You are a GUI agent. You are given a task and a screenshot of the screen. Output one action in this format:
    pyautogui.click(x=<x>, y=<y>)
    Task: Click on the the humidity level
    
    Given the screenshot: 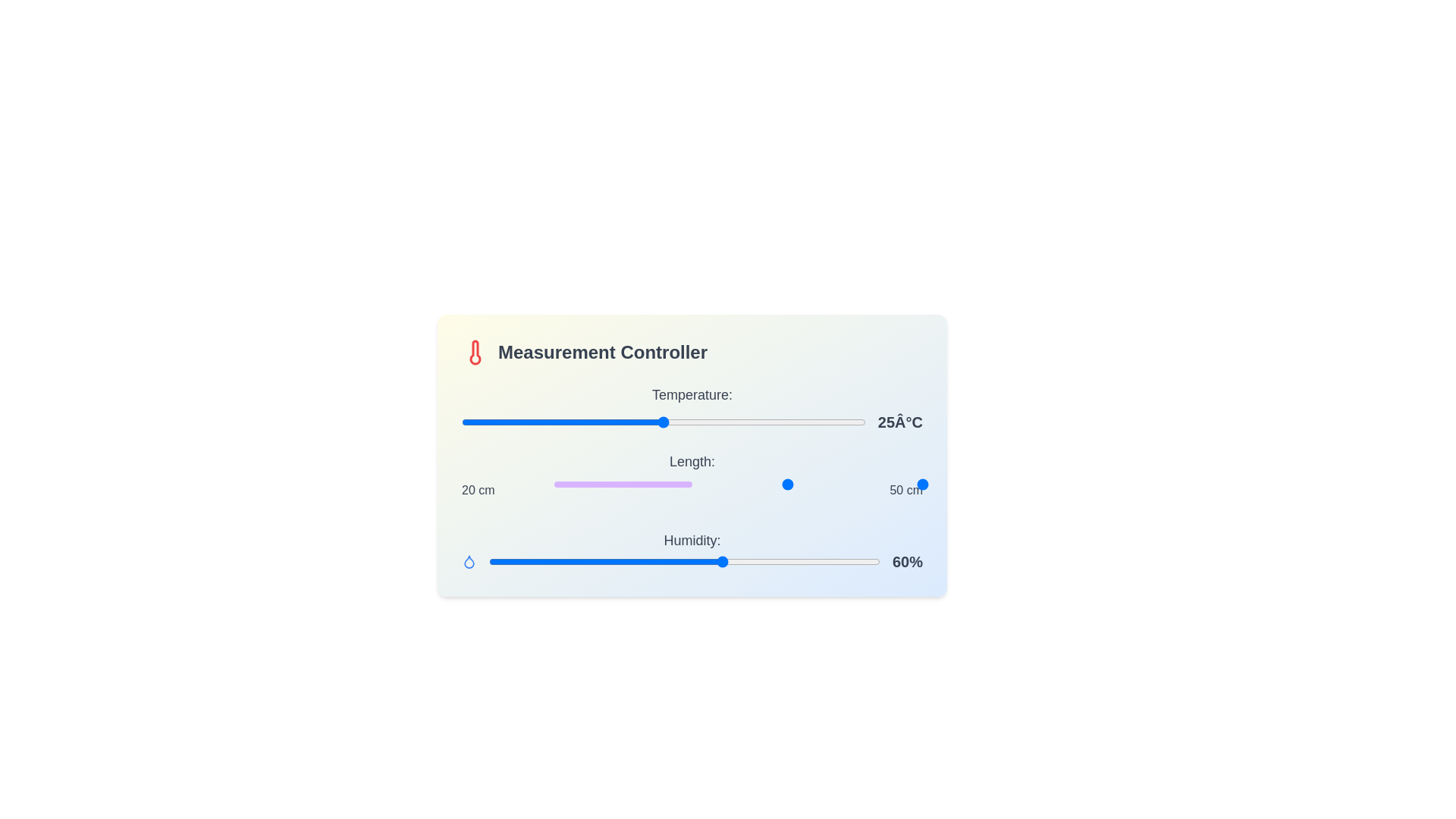 What is the action you would take?
    pyautogui.click(x=723, y=561)
    